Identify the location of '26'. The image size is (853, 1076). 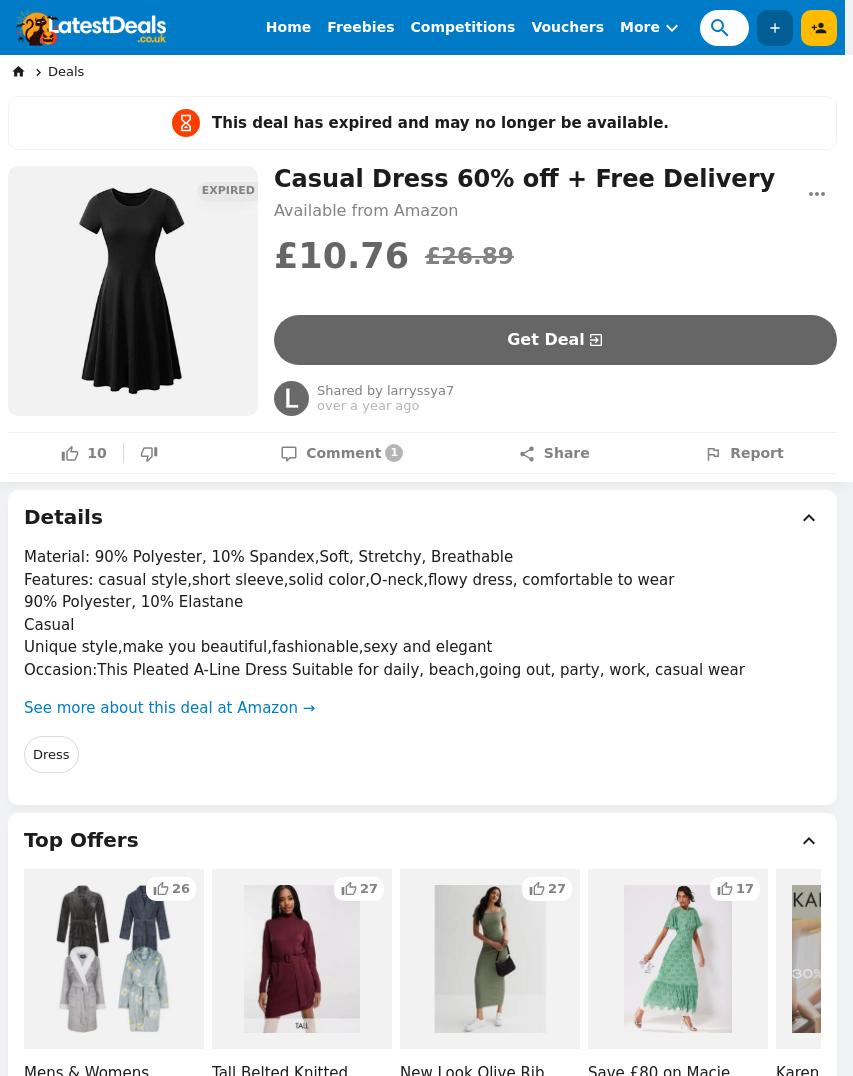
(171, 887).